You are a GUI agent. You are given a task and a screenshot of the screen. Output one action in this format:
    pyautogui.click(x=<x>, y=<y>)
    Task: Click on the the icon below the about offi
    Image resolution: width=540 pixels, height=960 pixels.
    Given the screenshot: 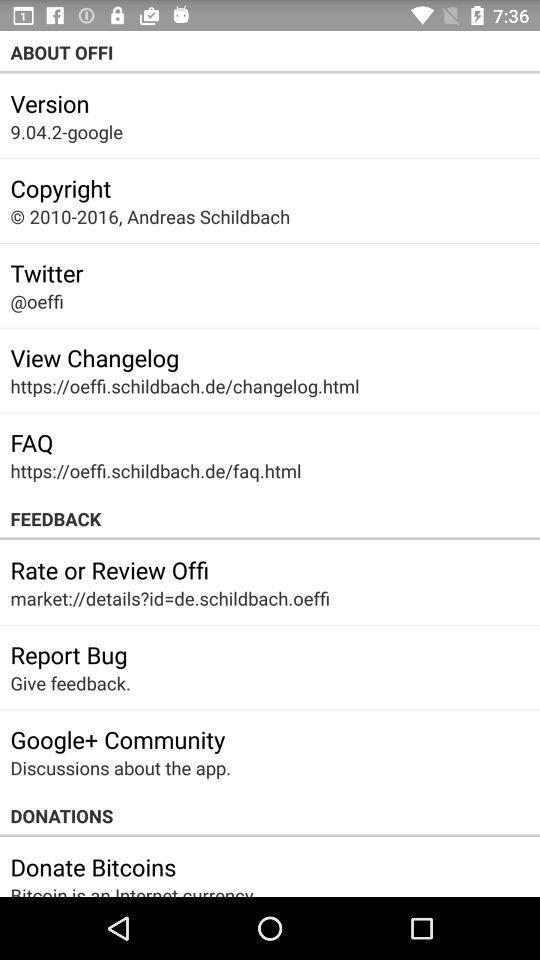 What is the action you would take?
    pyautogui.click(x=50, y=103)
    